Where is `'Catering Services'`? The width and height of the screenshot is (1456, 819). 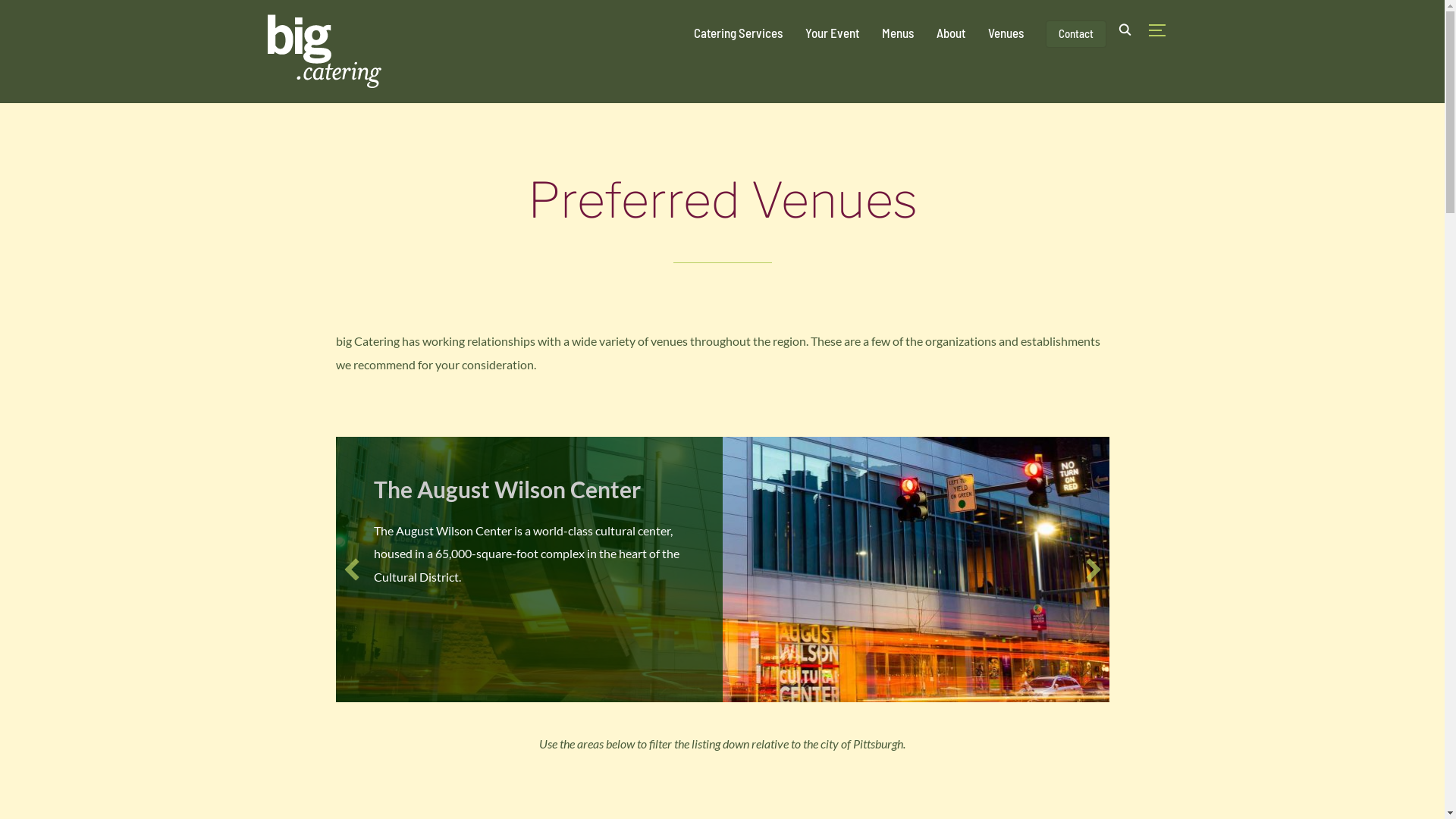 'Catering Services' is located at coordinates (737, 32).